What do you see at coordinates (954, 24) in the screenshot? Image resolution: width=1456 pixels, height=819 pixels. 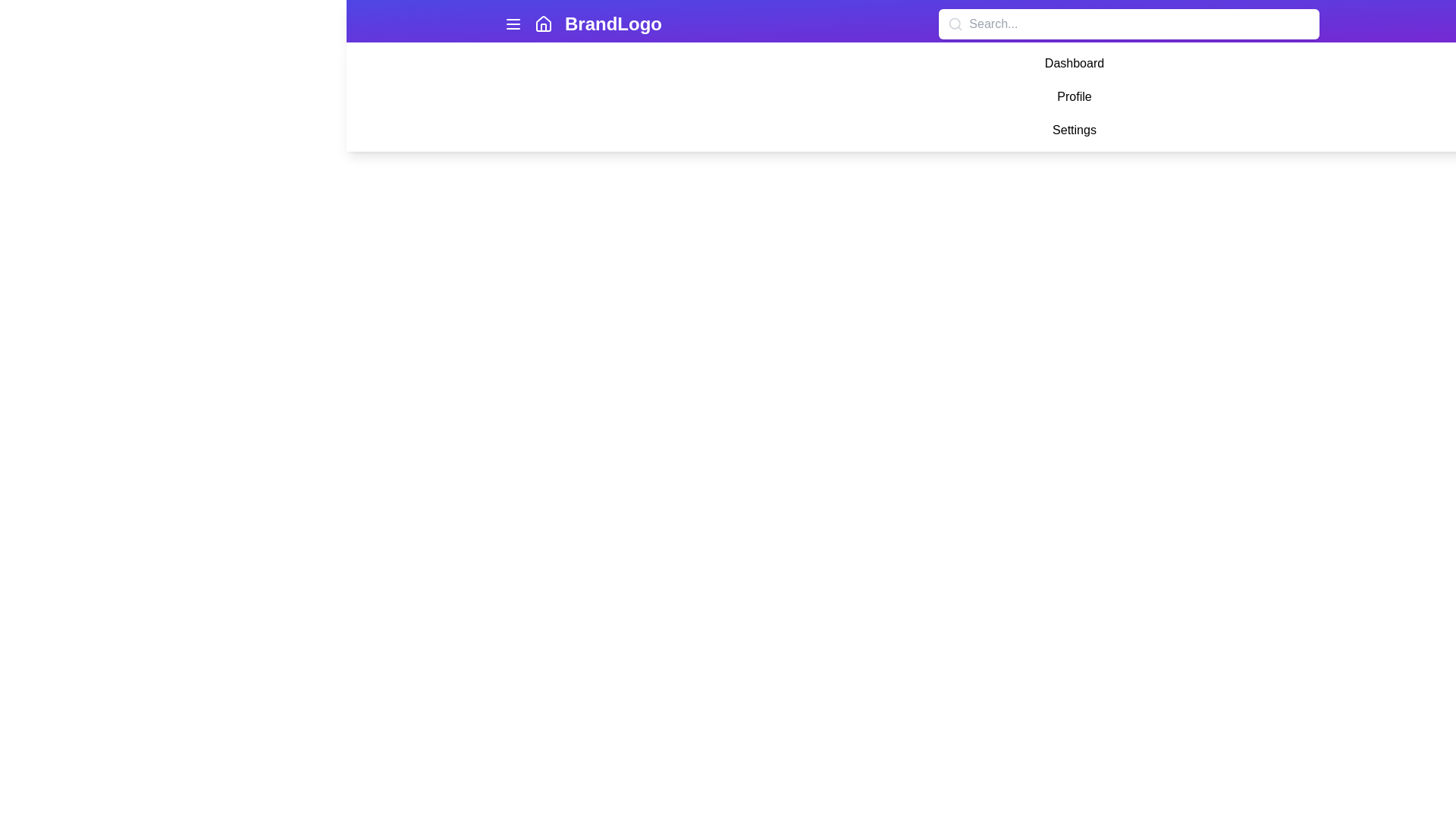 I see `the search icon located on the left side of the search bar, which assists users in identifying the input field for search queries` at bounding box center [954, 24].